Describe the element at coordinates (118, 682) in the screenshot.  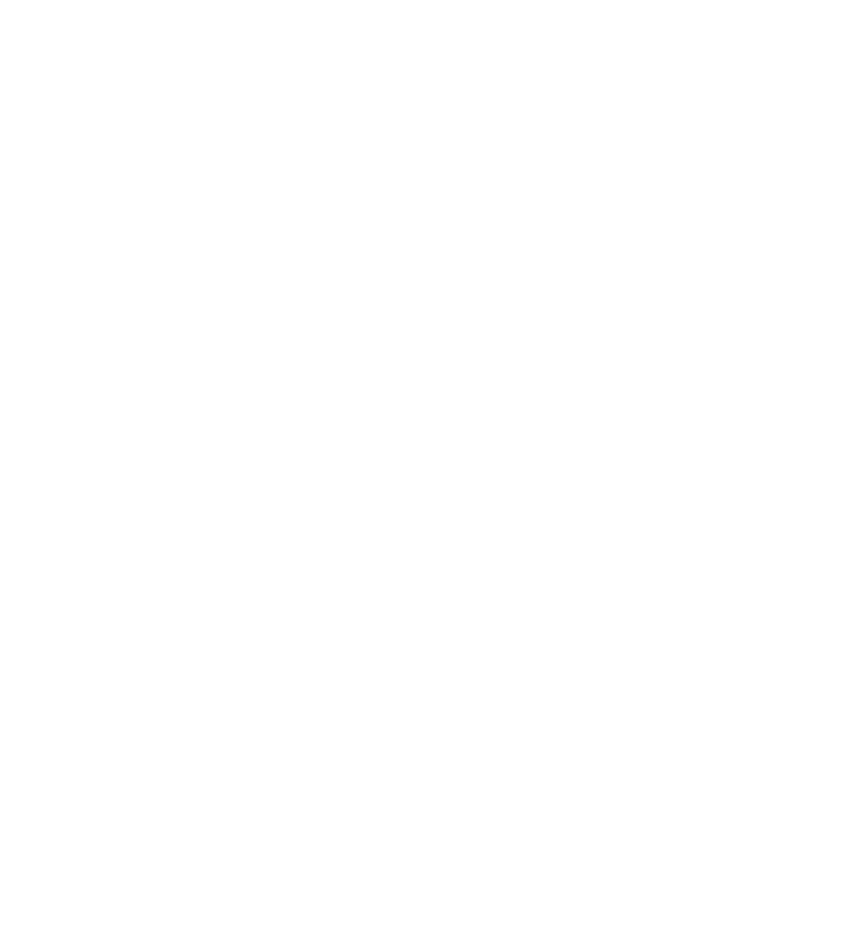
I see `'Think Like An Attacker - A Dark Reading November 16 Event'` at that location.